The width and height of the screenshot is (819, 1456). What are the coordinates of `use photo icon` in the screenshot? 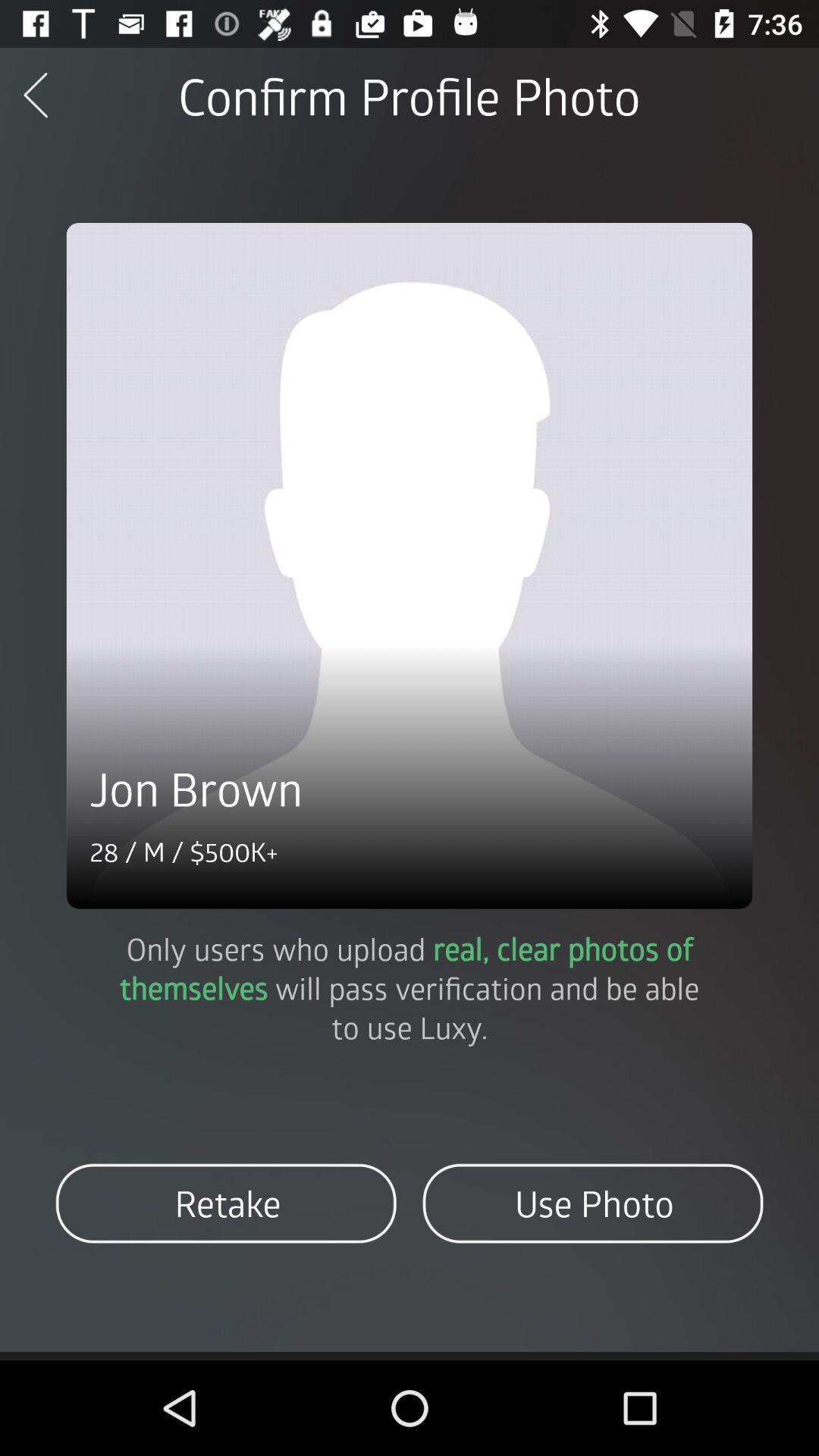 It's located at (591, 1203).